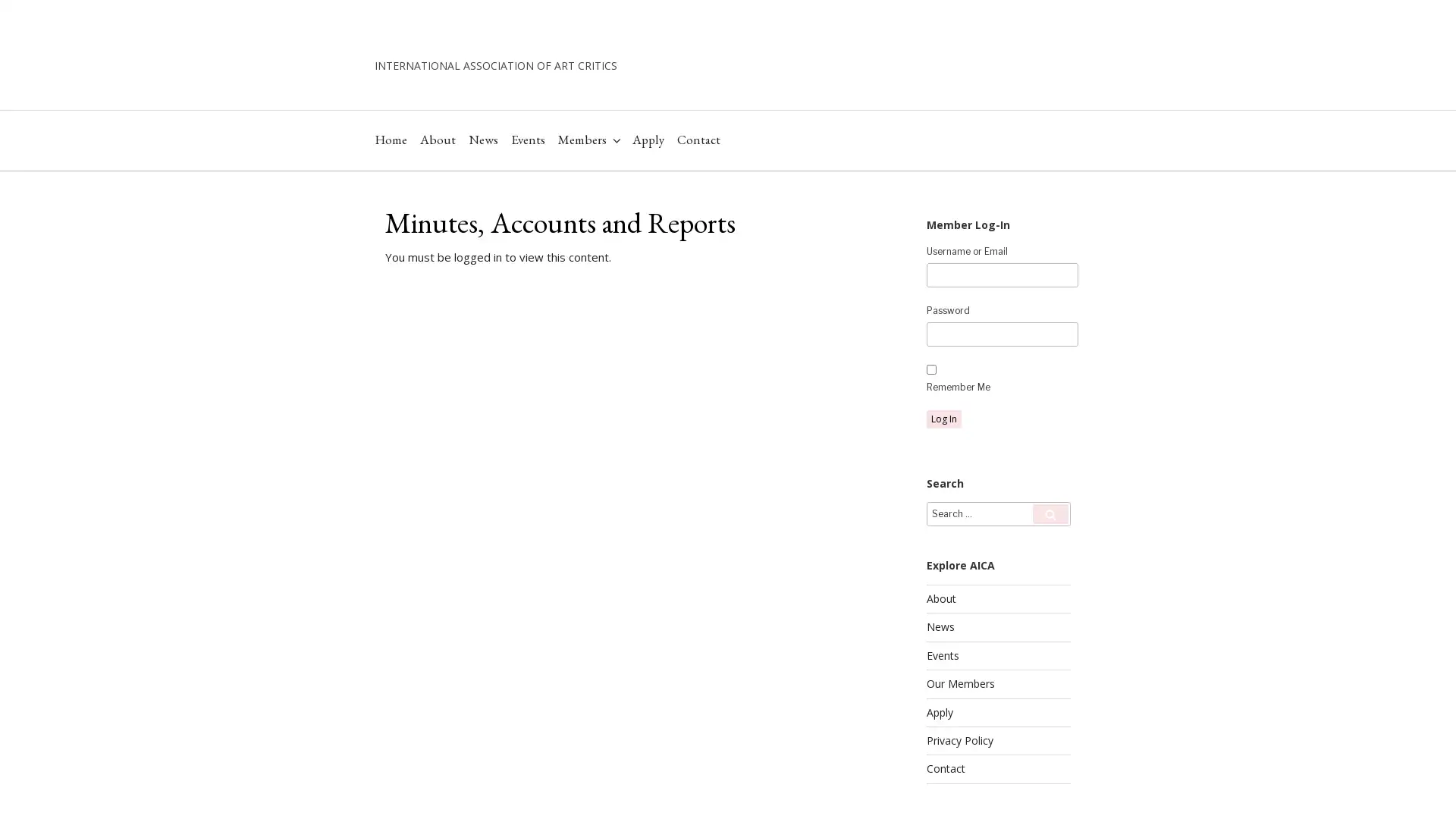 Image resolution: width=1456 pixels, height=819 pixels. Describe the element at coordinates (943, 465) in the screenshot. I see `Log In` at that location.